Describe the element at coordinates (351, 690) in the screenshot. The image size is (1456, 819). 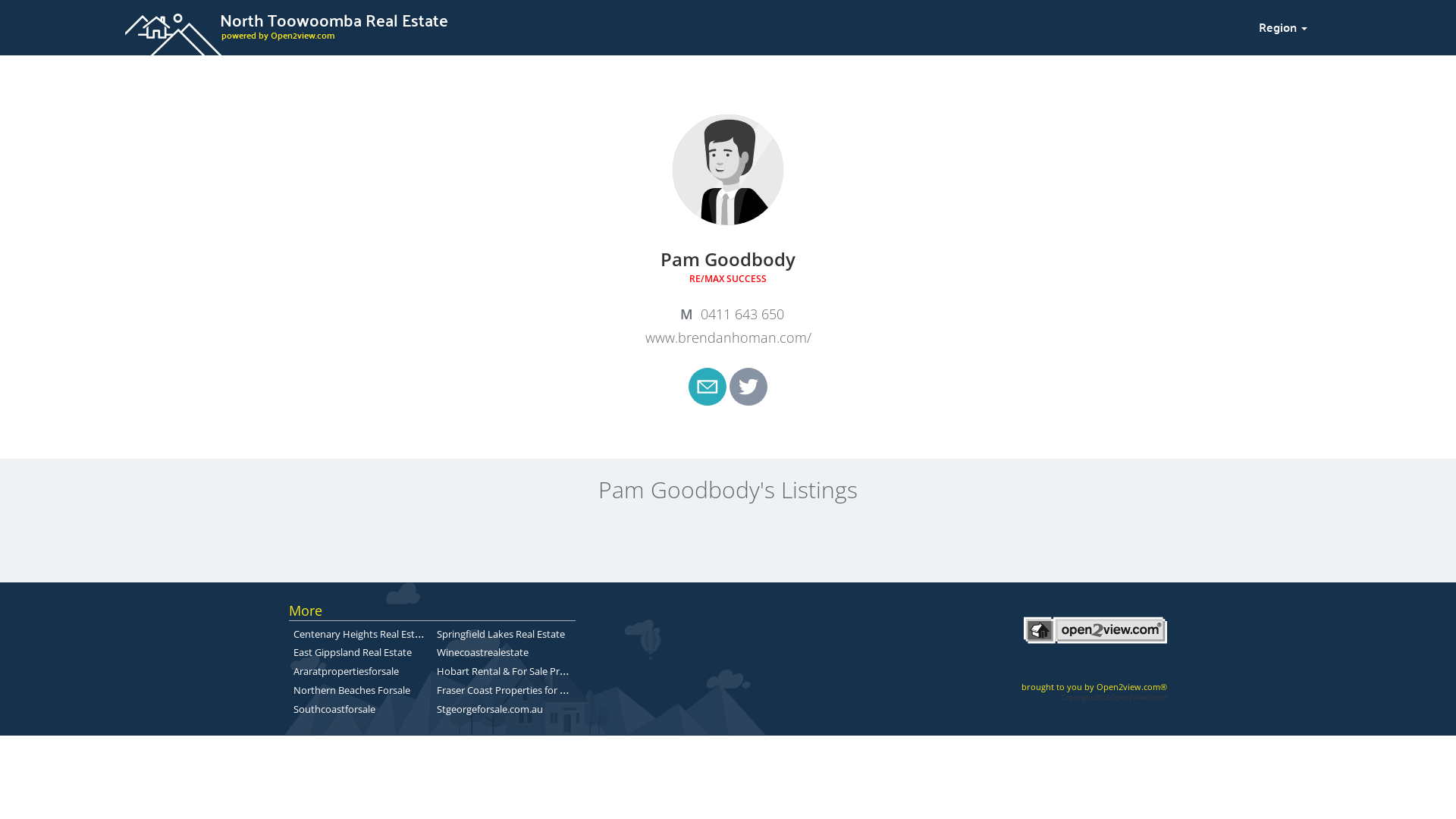
I see `'Northern Beaches Forsale'` at that location.